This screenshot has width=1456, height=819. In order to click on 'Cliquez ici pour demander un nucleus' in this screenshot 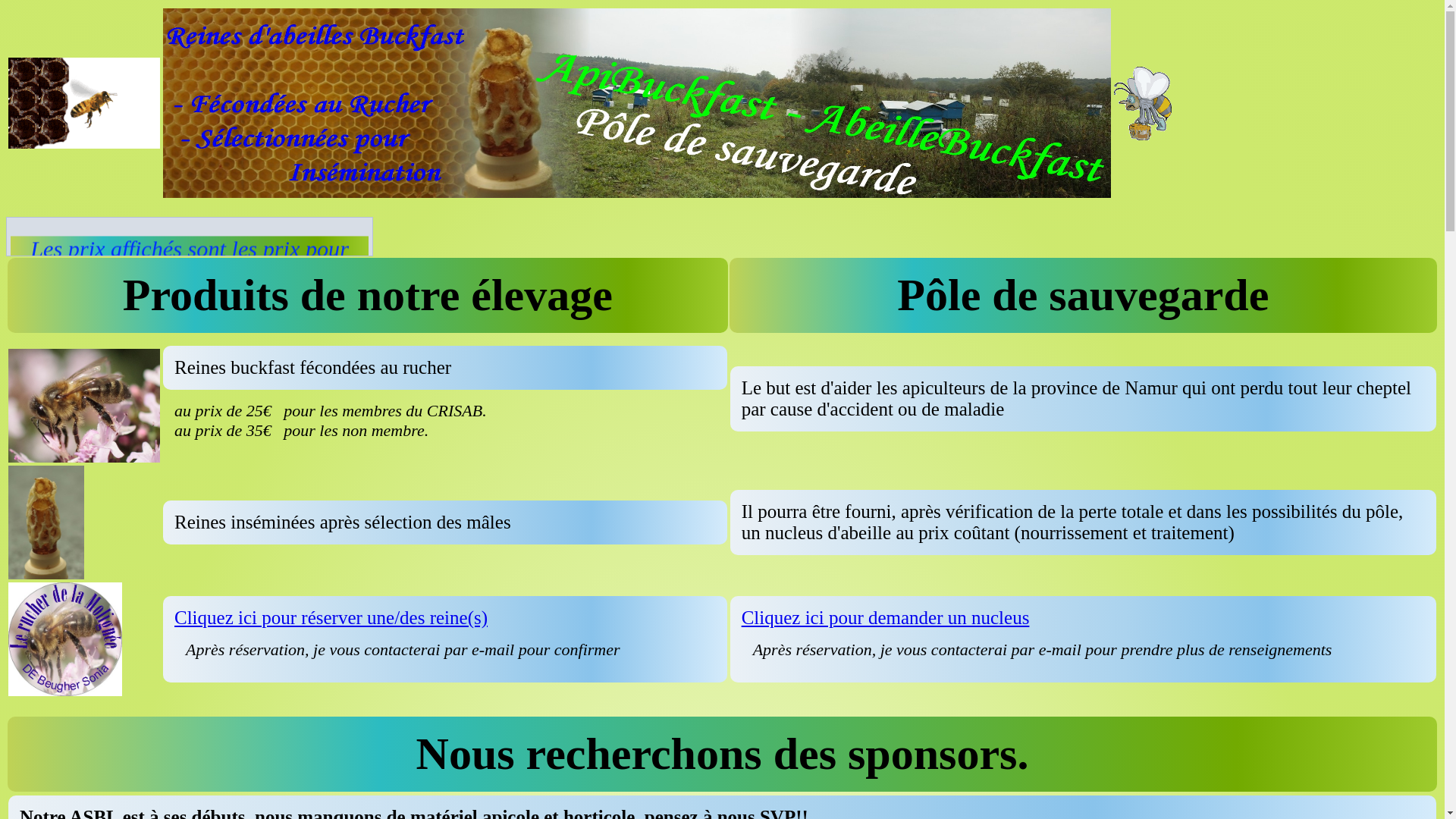, I will do `click(885, 617)`.